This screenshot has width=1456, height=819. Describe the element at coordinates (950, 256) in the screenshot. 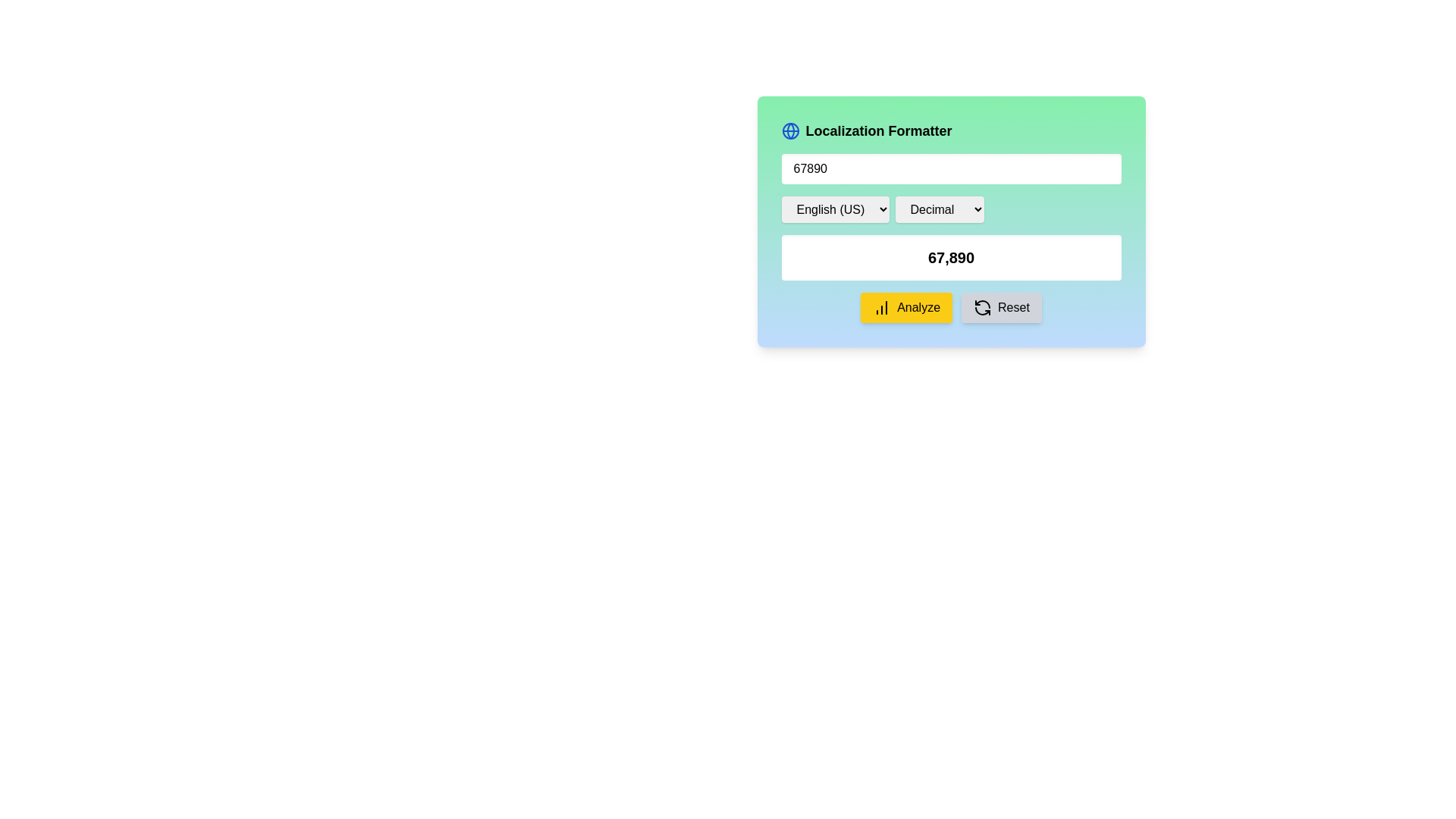

I see `the static text label that displays a numerical value, located in the center of the interface on a white background` at that location.